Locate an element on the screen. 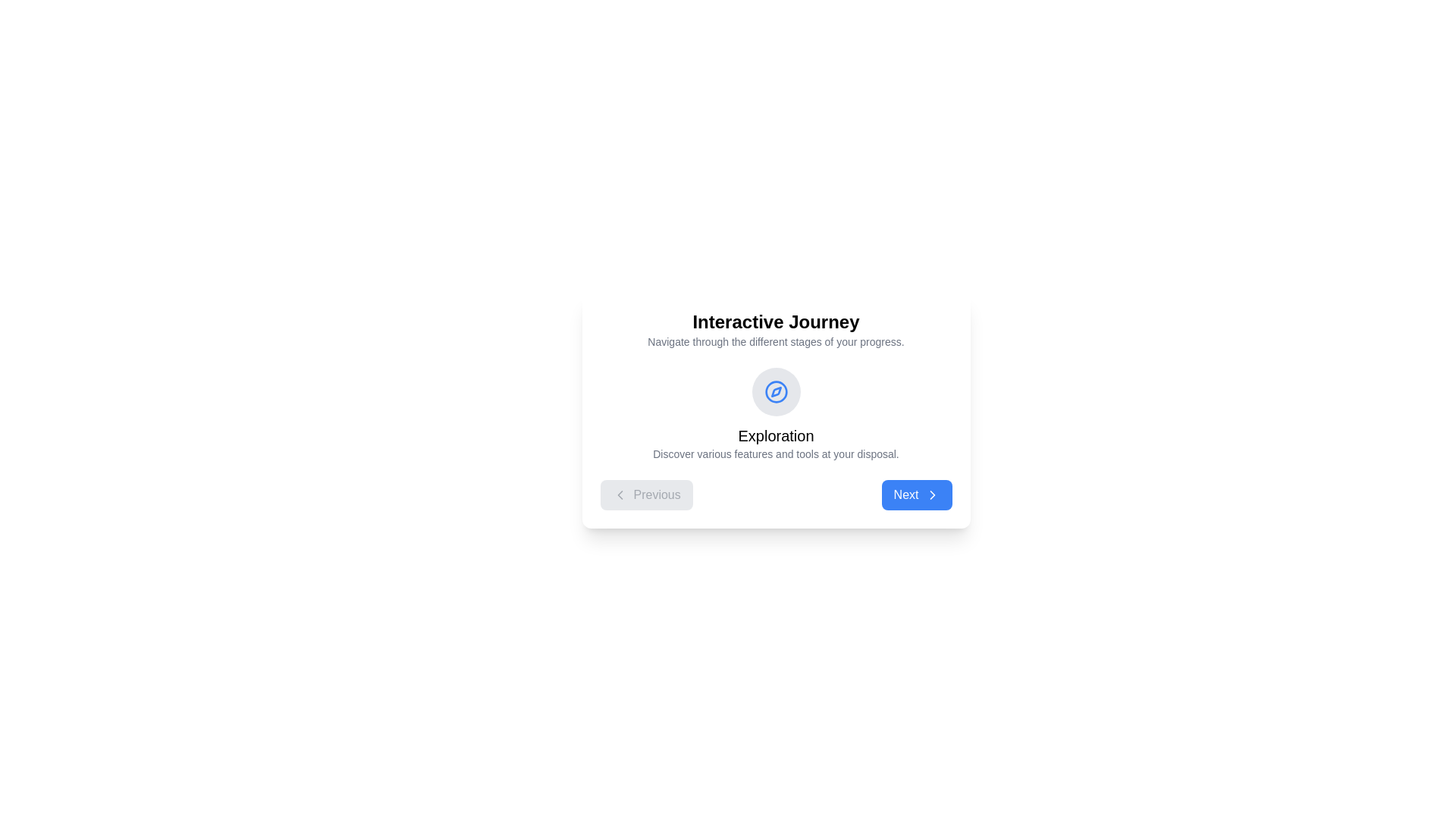  the right-pointing chevron icon located at the rightmost end of the 'Next' button for accessibility interactions is located at coordinates (931, 494).